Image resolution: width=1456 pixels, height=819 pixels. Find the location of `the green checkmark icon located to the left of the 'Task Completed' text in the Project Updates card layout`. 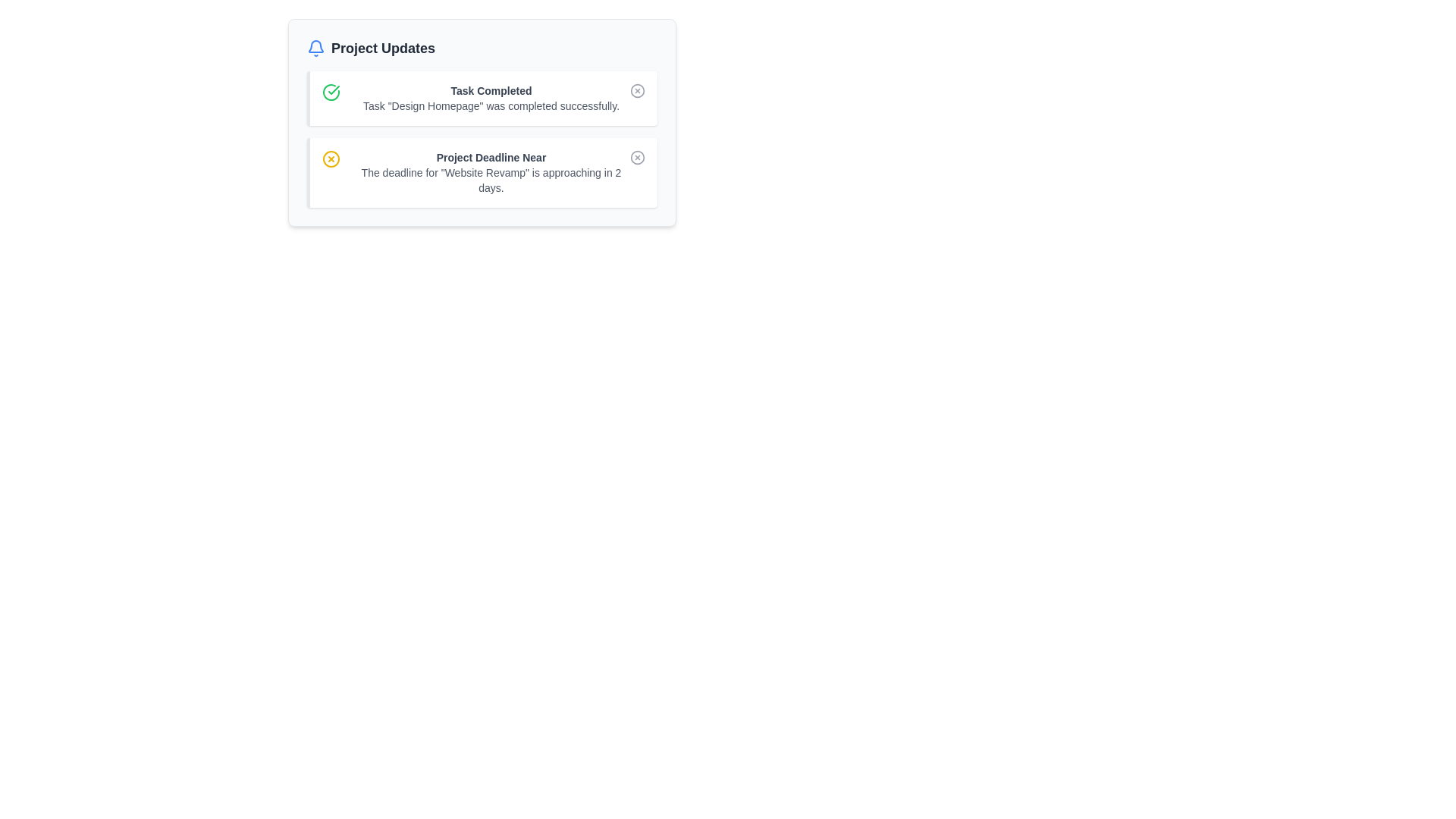

the green checkmark icon located to the left of the 'Task Completed' text in the Project Updates card layout is located at coordinates (333, 90).